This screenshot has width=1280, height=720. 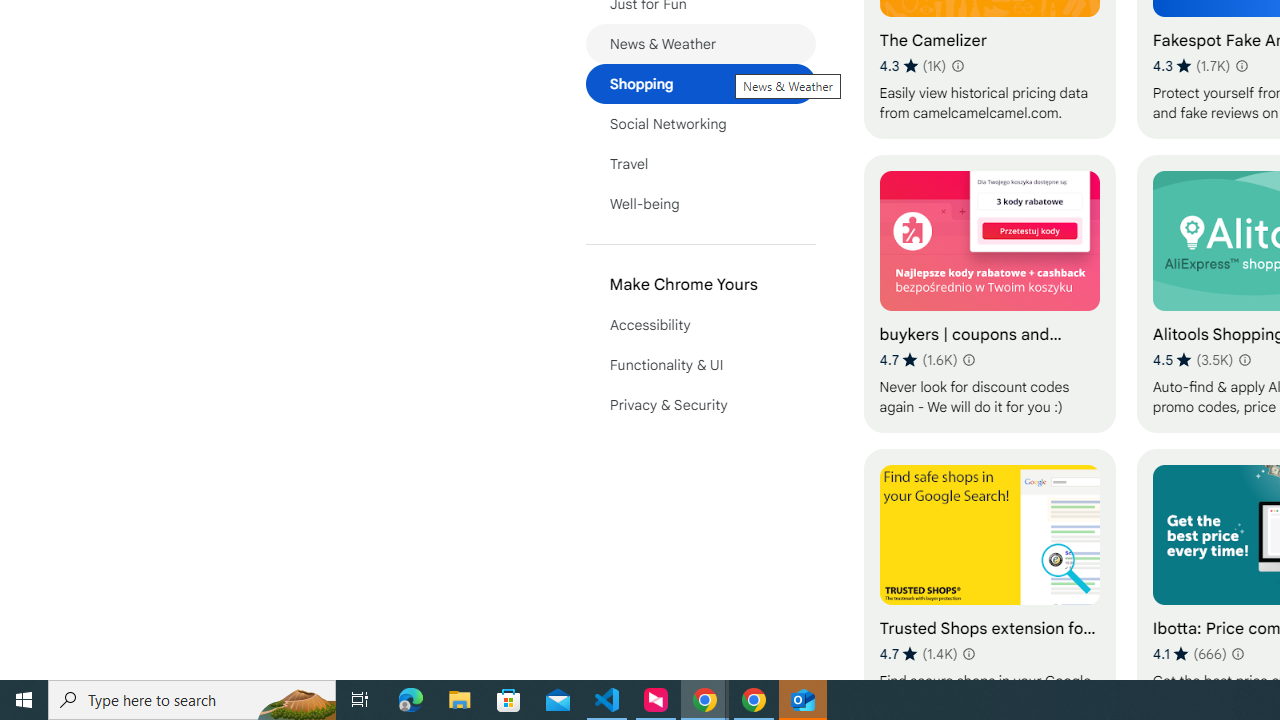 I want to click on 'Travel', so click(x=700, y=163).